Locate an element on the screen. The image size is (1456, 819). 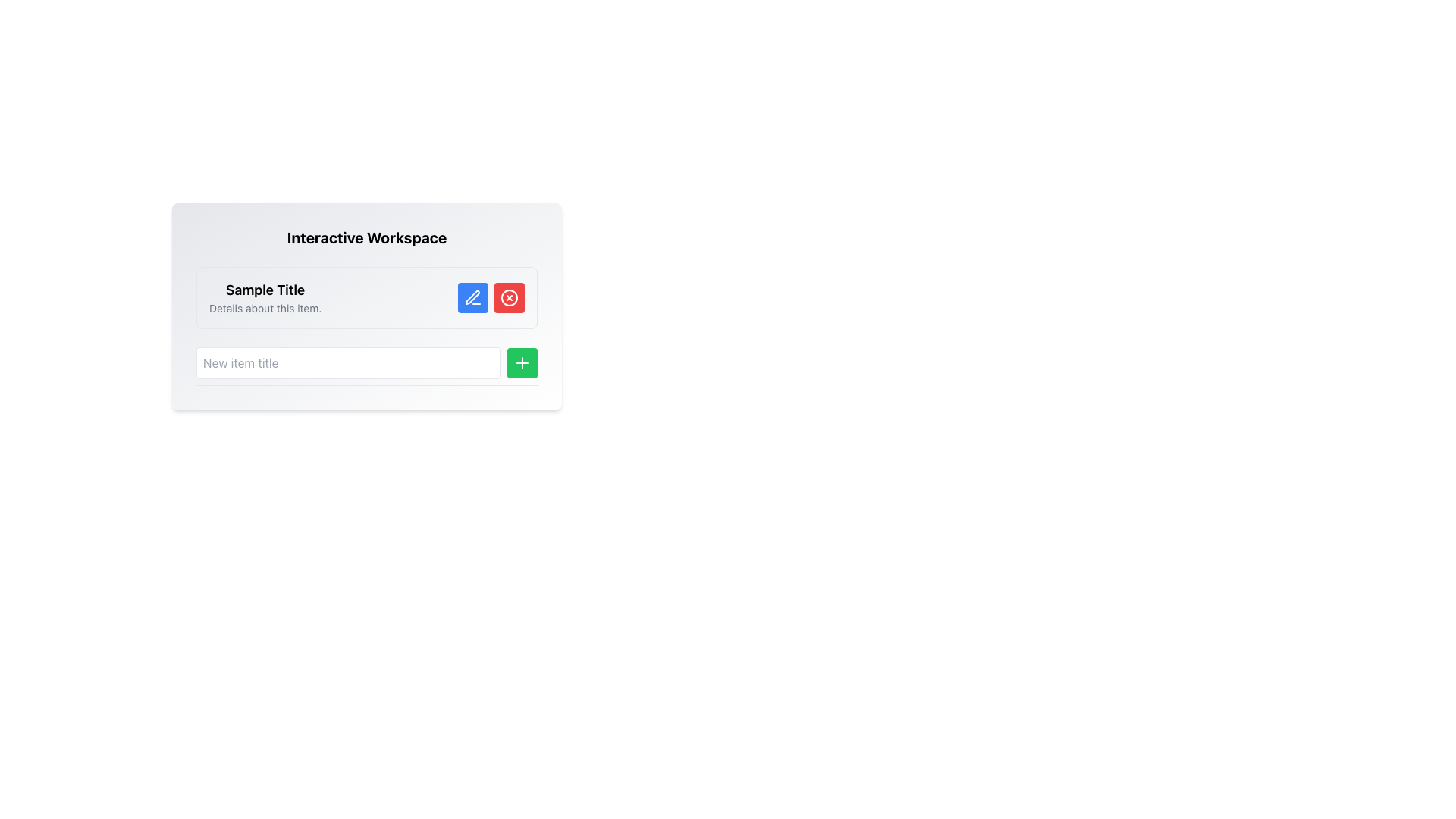
the editing button, which is a white pen icon on a blue background, located to the right of 'Sample Title' is located at coordinates (472, 298).